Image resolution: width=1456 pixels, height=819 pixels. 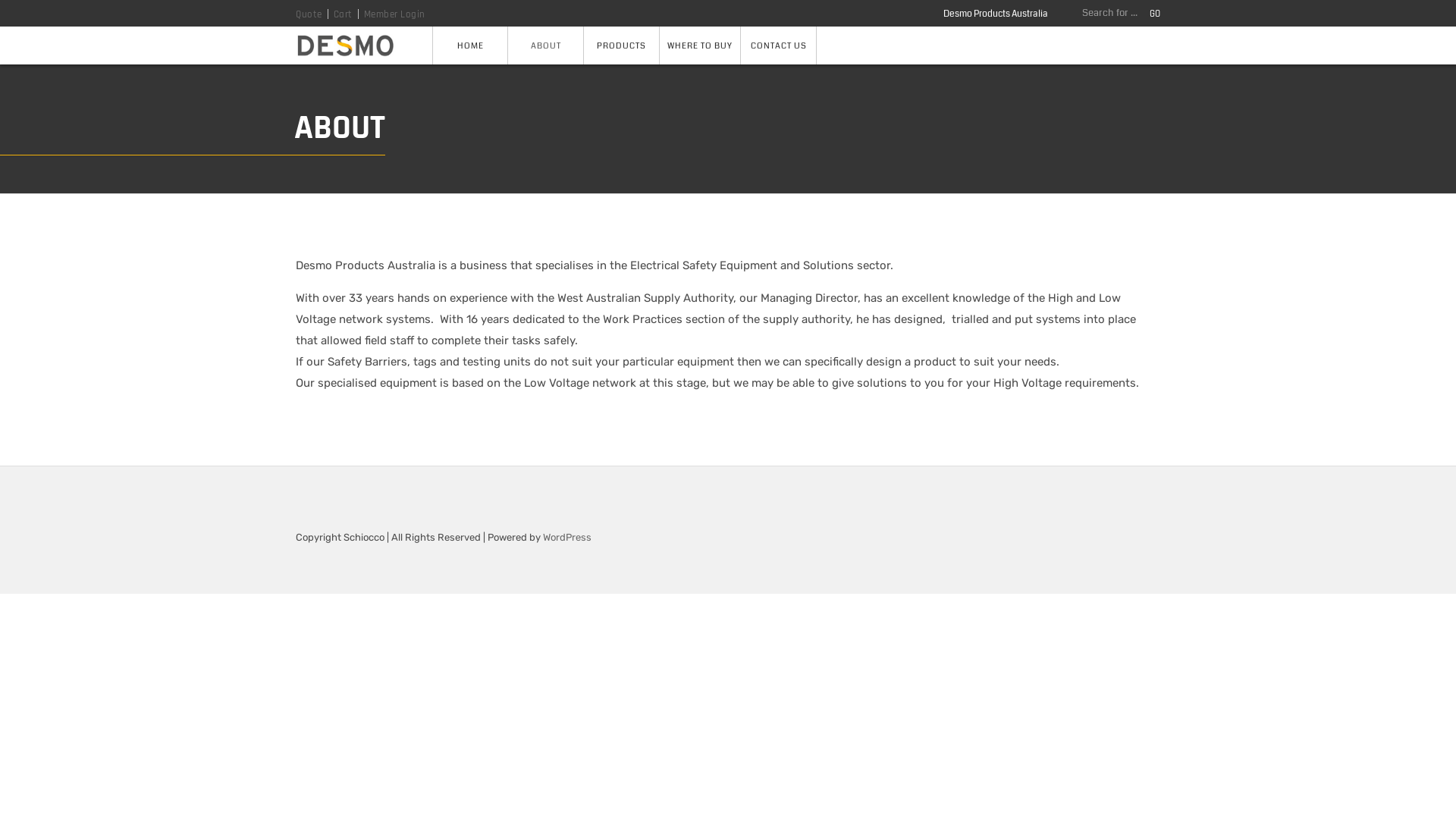 I want to click on 'Cart', so click(x=342, y=14).